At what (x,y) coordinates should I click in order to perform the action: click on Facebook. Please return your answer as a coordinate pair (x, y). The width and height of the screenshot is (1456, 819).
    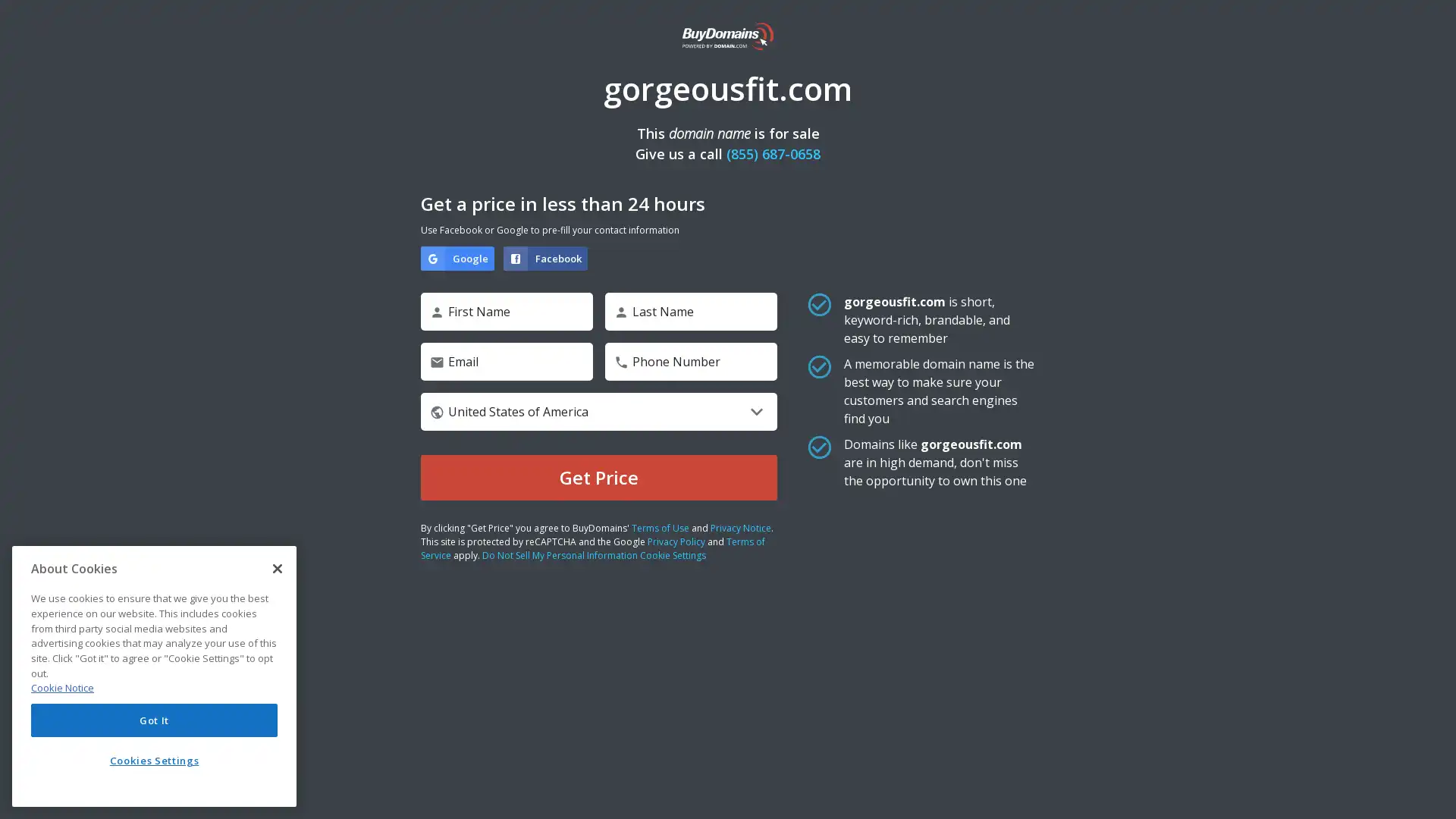
    Looking at the image, I should click on (545, 257).